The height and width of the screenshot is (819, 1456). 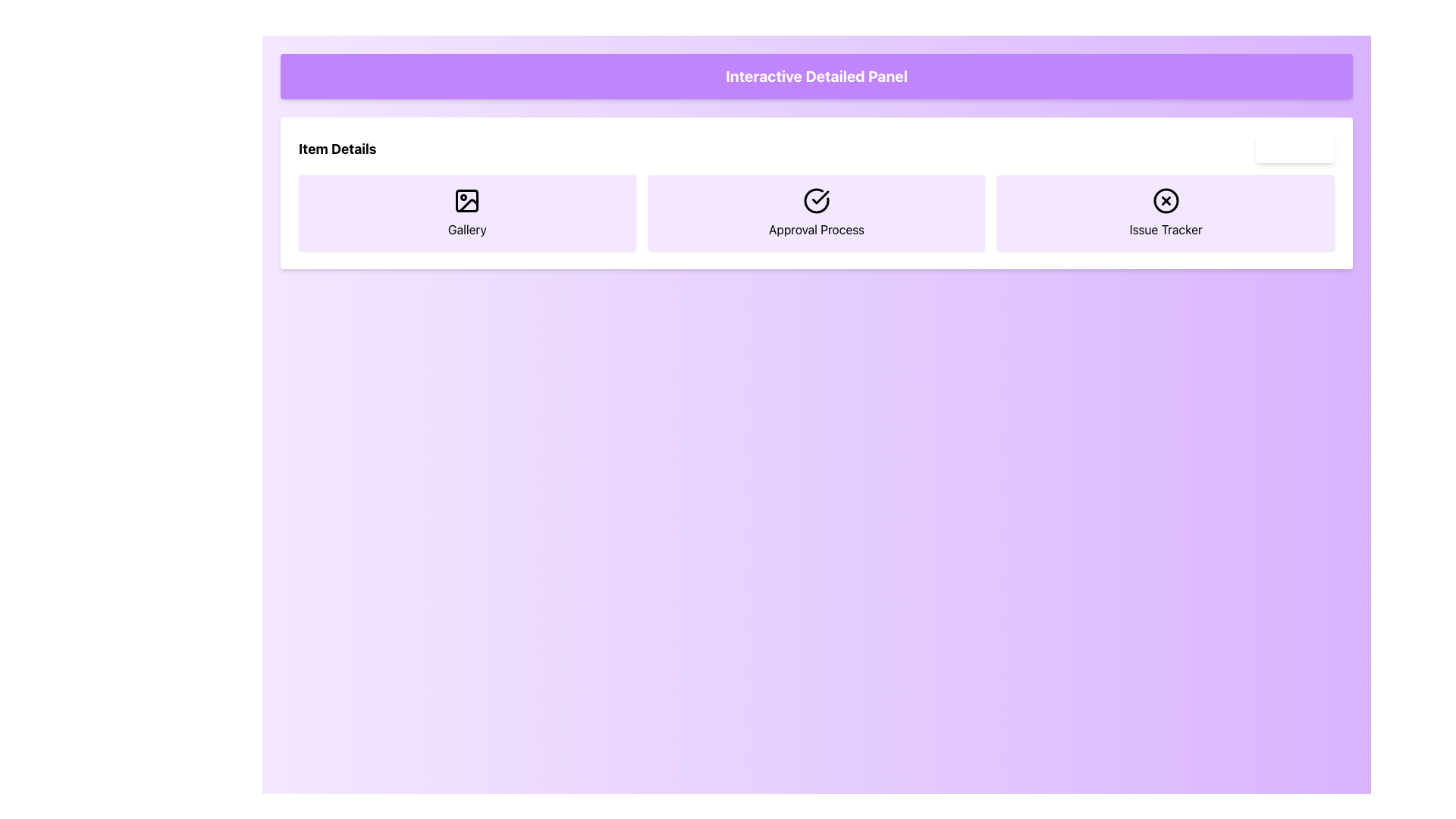 I want to click on the approval icon located within the 'Approval Process' block, which is the middle card among three horizontally aligned cards in the 'Item Details' section of the interface, so click(x=820, y=196).